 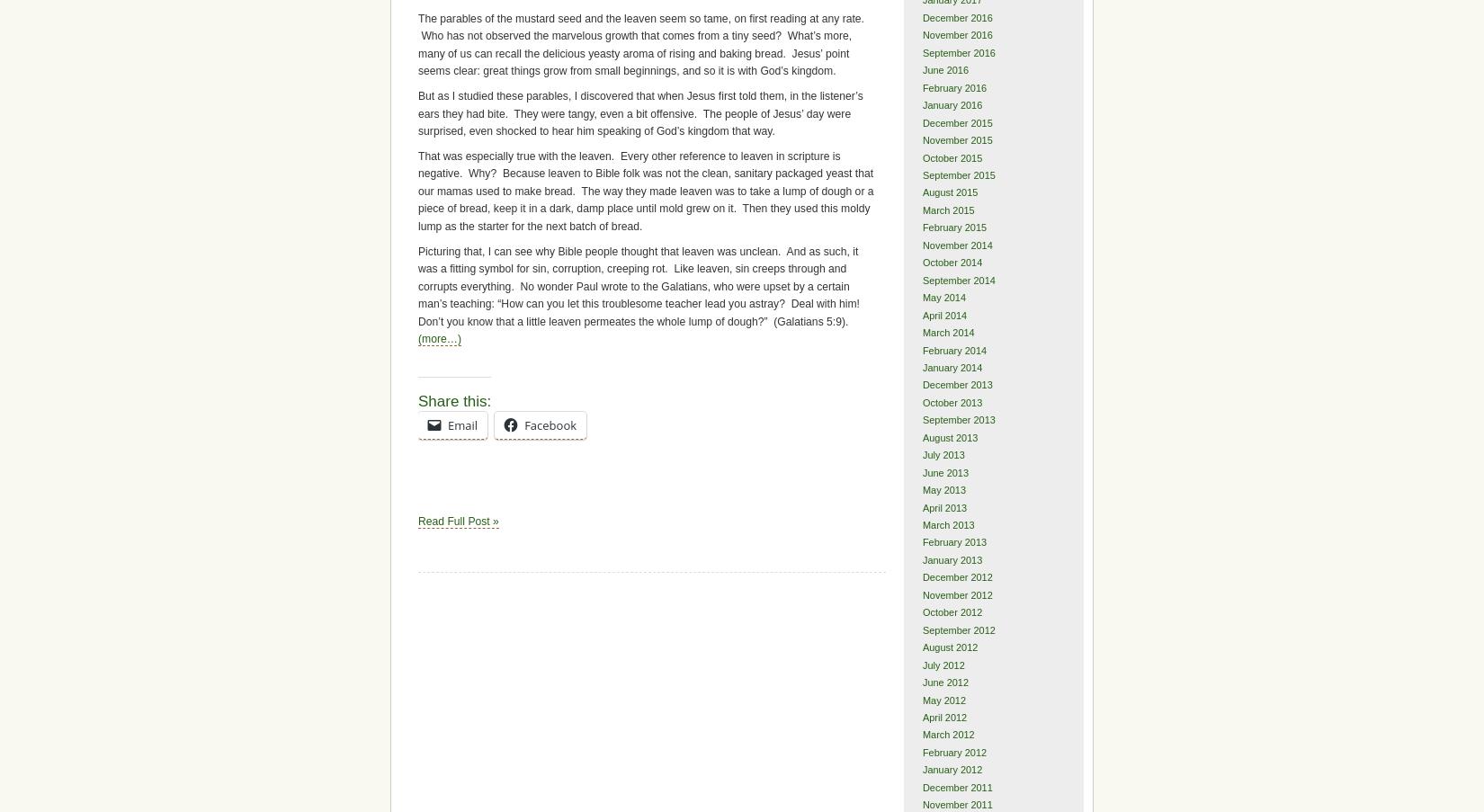 I want to click on 'November 2014', so click(x=956, y=243).